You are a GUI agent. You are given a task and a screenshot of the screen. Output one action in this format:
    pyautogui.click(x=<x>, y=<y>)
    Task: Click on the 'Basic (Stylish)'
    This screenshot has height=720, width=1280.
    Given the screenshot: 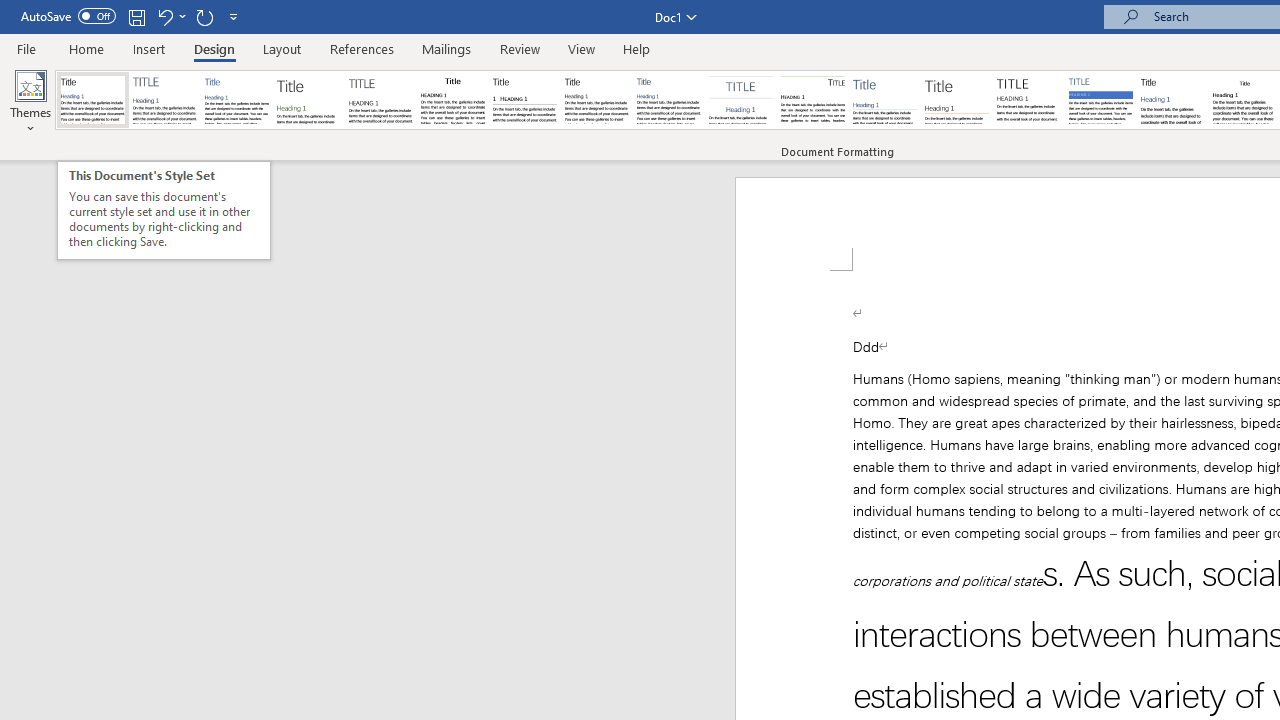 What is the action you would take?
    pyautogui.click(x=308, y=100)
    